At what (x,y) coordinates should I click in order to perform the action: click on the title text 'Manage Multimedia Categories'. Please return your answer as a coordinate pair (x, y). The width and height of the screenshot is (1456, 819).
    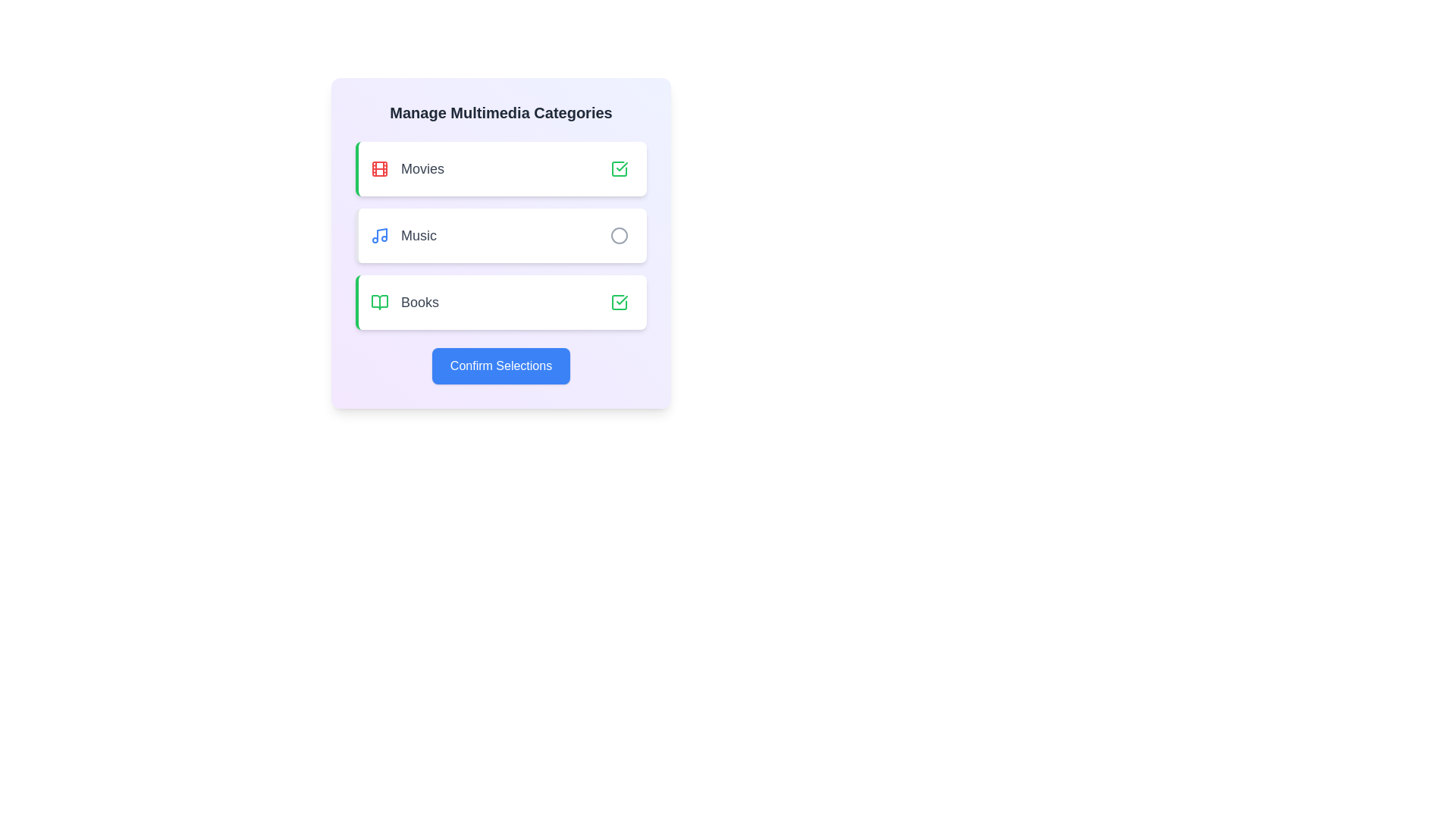
    Looking at the image, I should click on (501, 112).